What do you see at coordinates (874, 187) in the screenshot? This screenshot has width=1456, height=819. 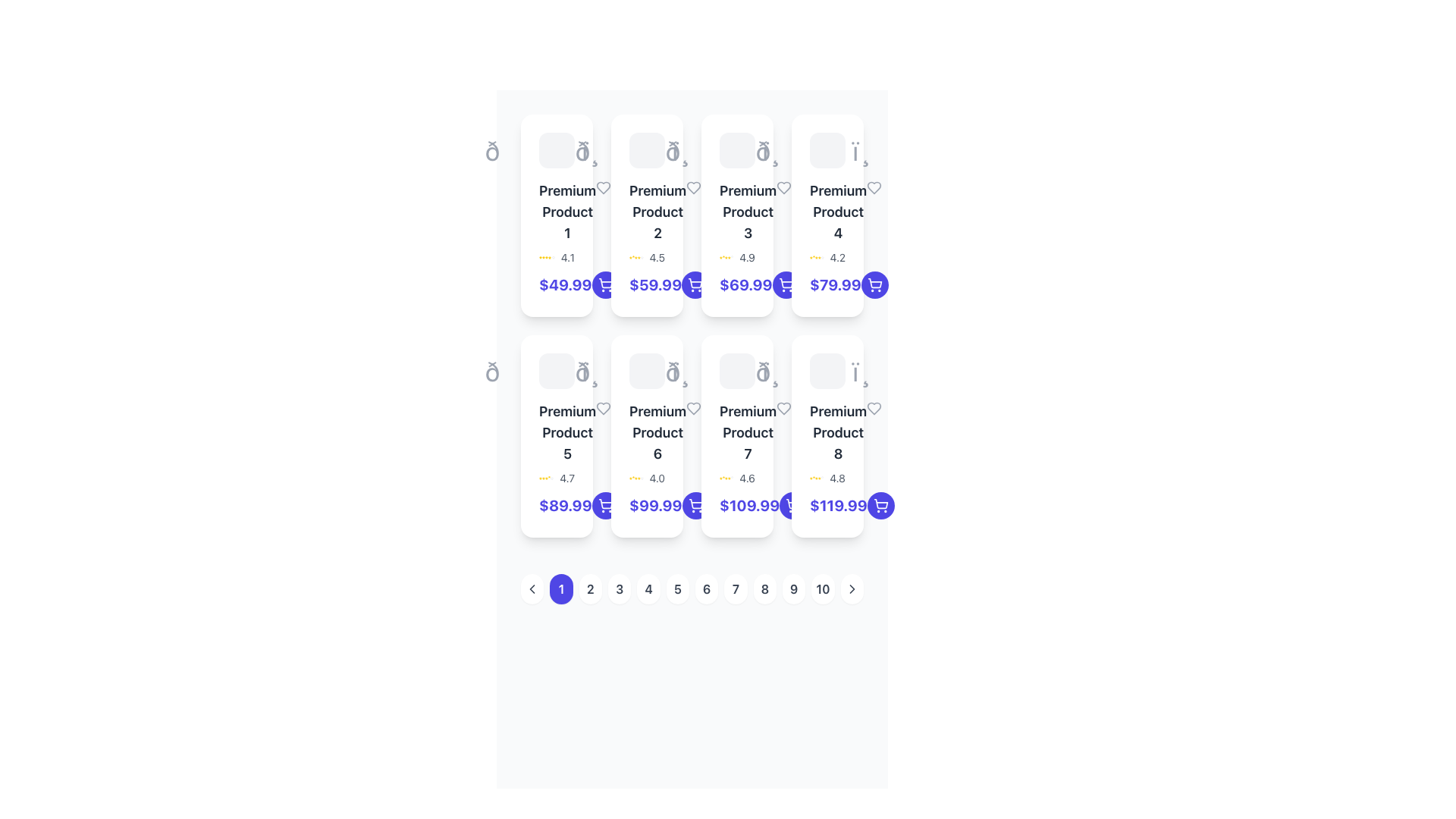 I see `the heart icon button located in the top-right corner of the 'Premium Product 4' card for accessibility navigation` at bounding box center [874, 187].